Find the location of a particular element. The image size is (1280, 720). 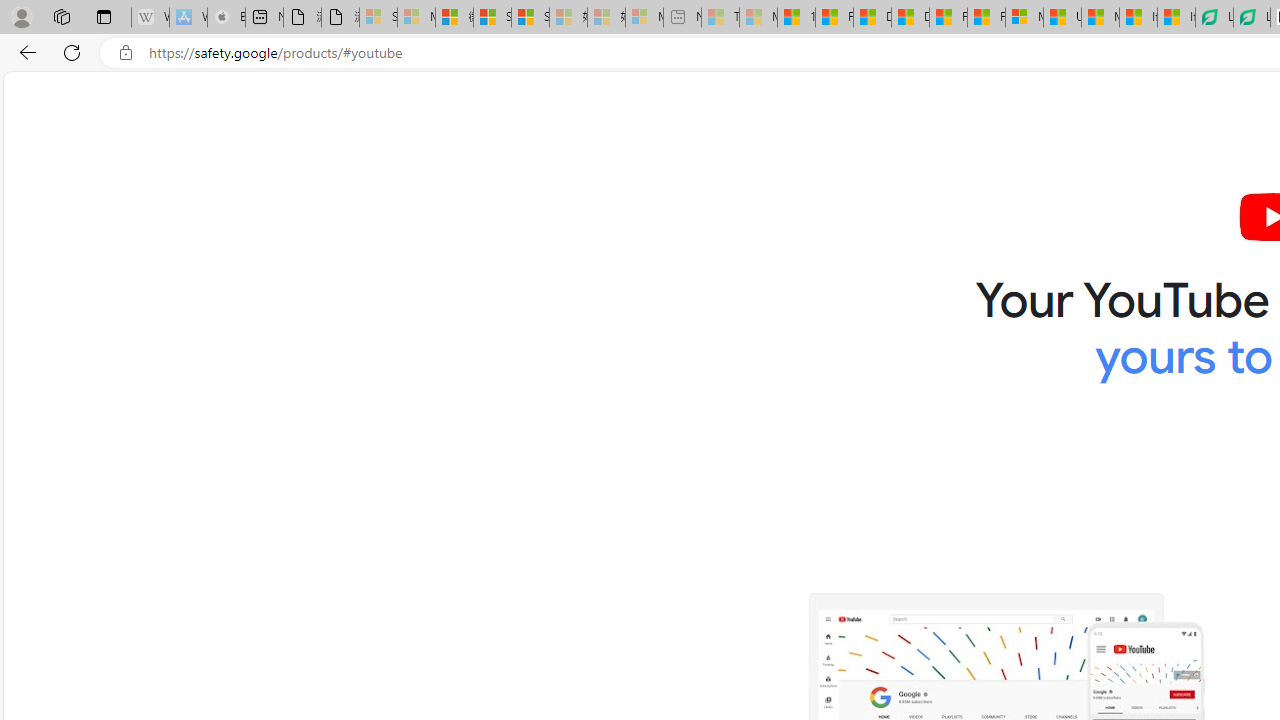

'LendingTree - Compare Lenders' is located at coordinates (1250, 17).